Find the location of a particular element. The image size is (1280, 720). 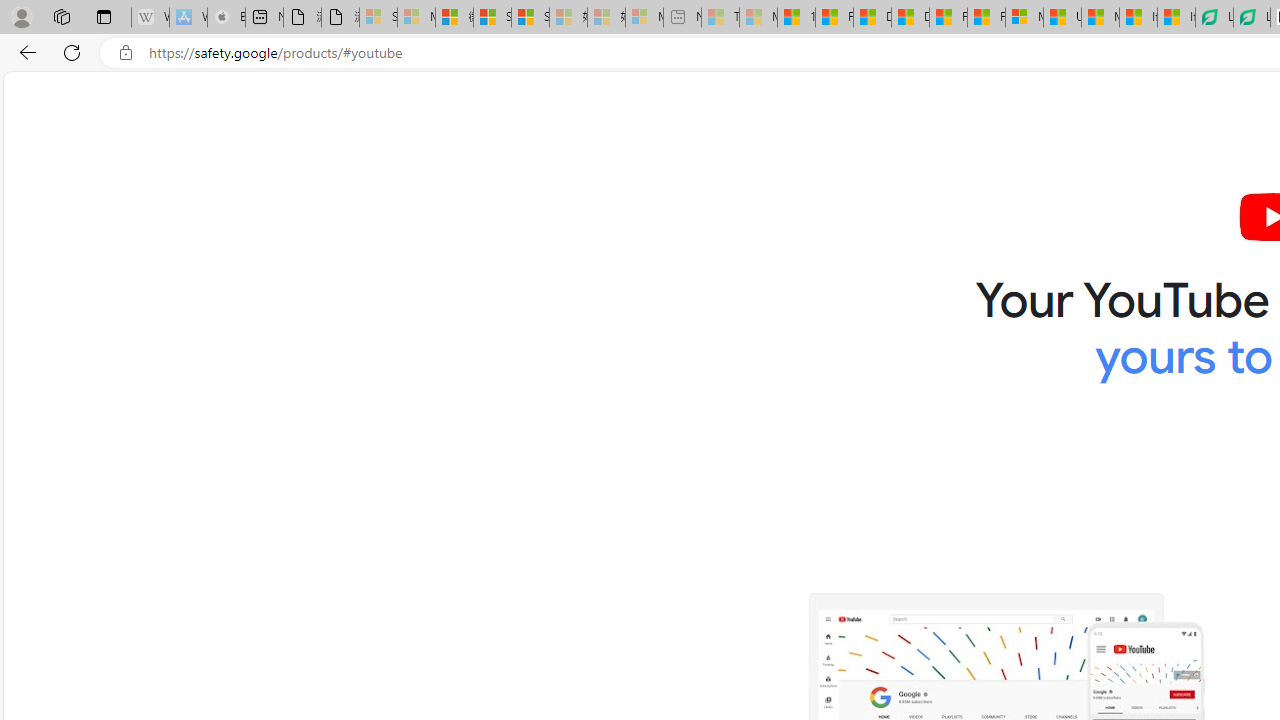

'LendingTree - Compare Lenders' is located at coordinates (1250, 17).